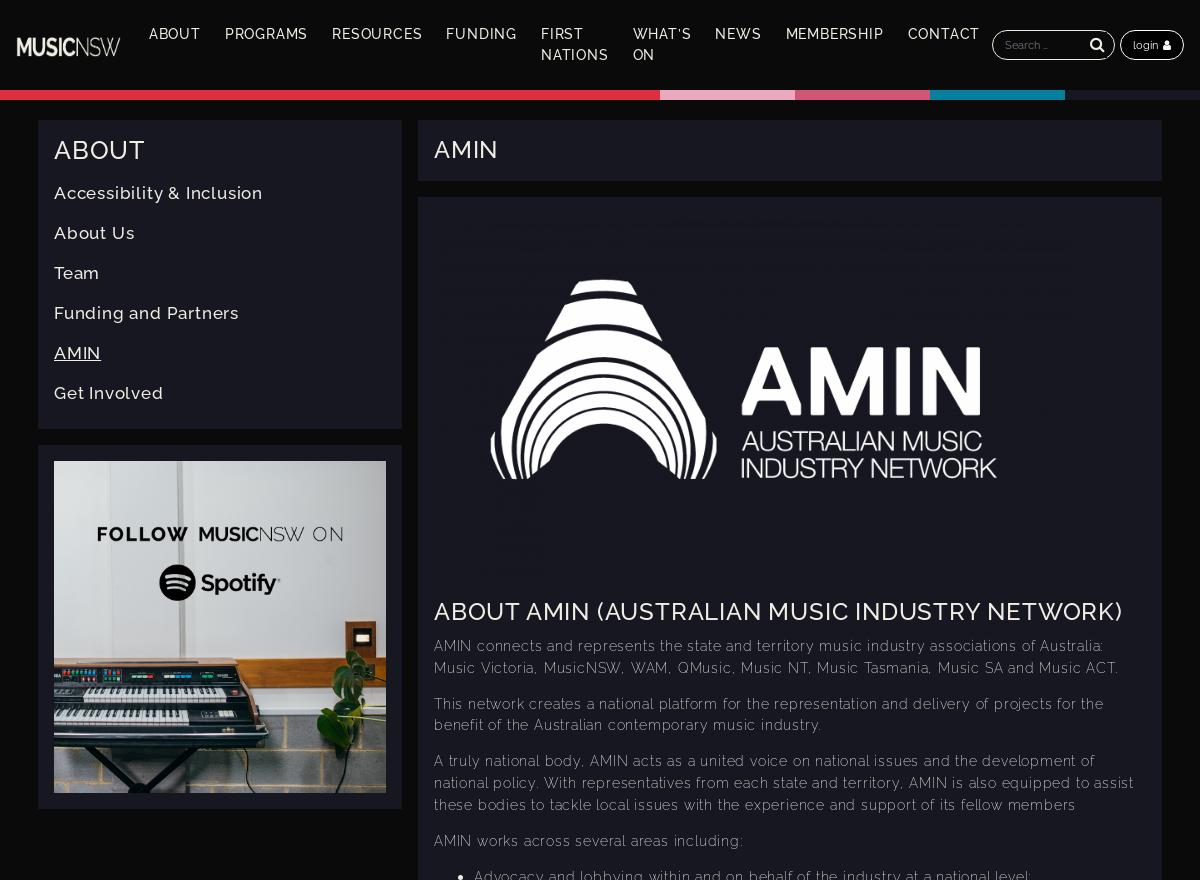 The width and height of the screenshot is (1200, 880). Describe the element at coordinates (480, 32) in the screenshot. I see `'Funding'` at that location.